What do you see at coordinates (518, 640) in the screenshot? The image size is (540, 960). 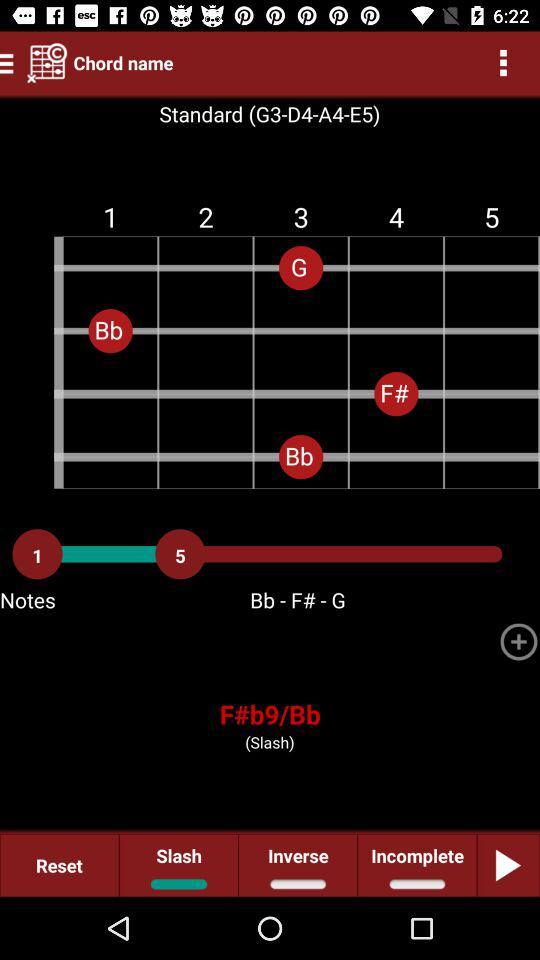 I see `the add icon` at bounding box center [518, 640].